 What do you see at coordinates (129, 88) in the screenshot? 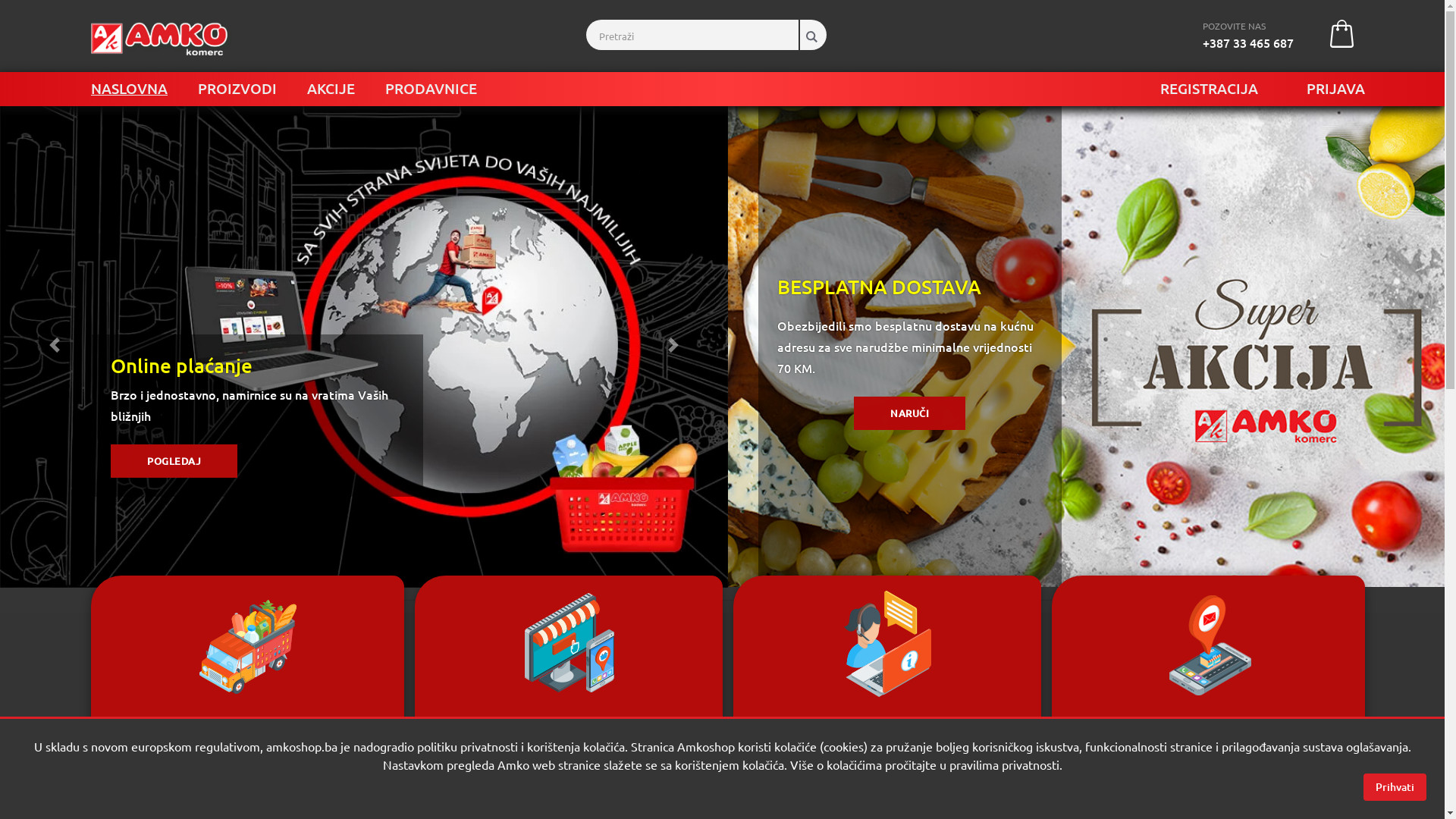
I see `'NASLOVNA'` at bounding box center [129, 88].